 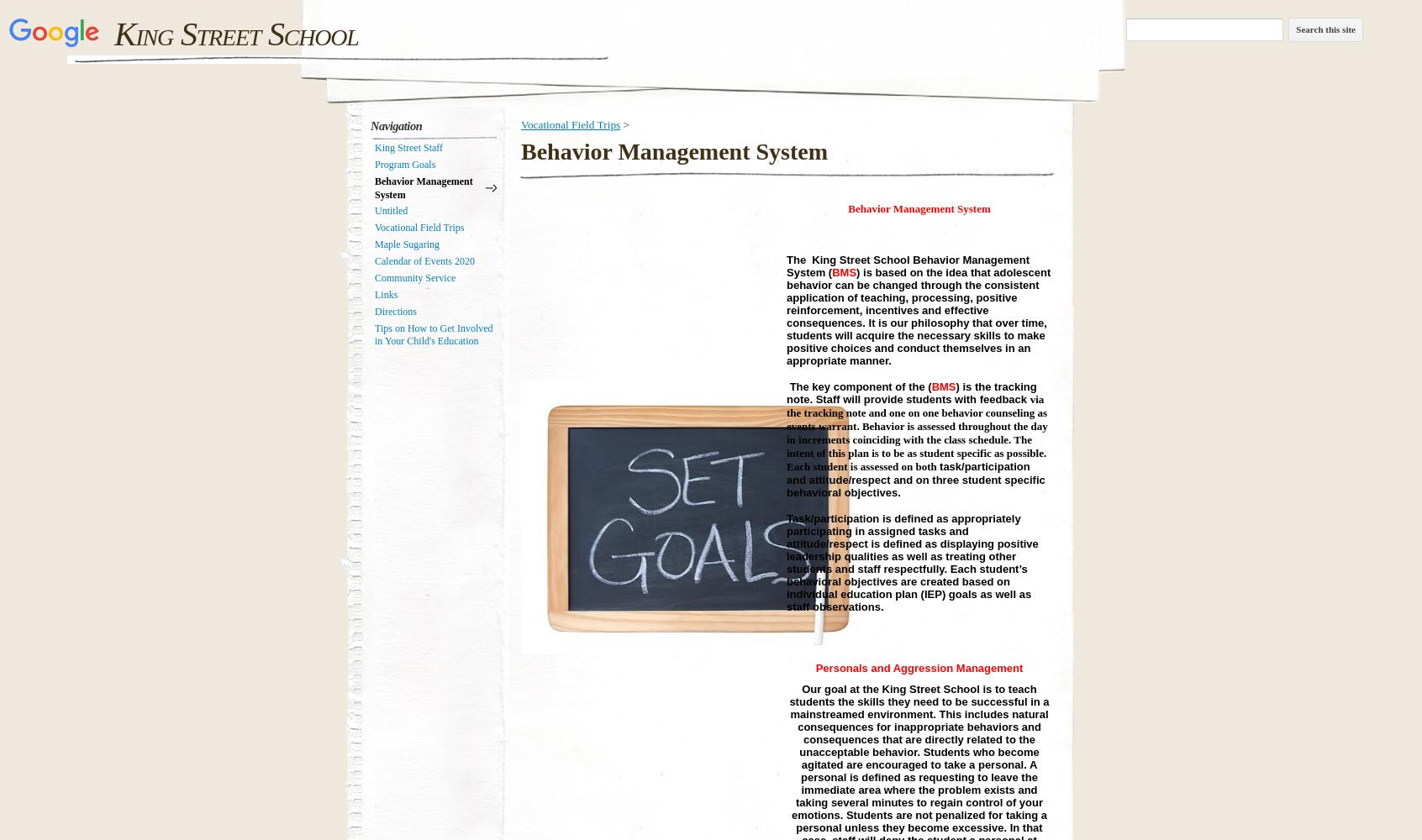 What do you see at coordinates (908, 599) in the screenshot?
I see `'EP) goals as well as staff observations.'` at bounding box center [908, 599].